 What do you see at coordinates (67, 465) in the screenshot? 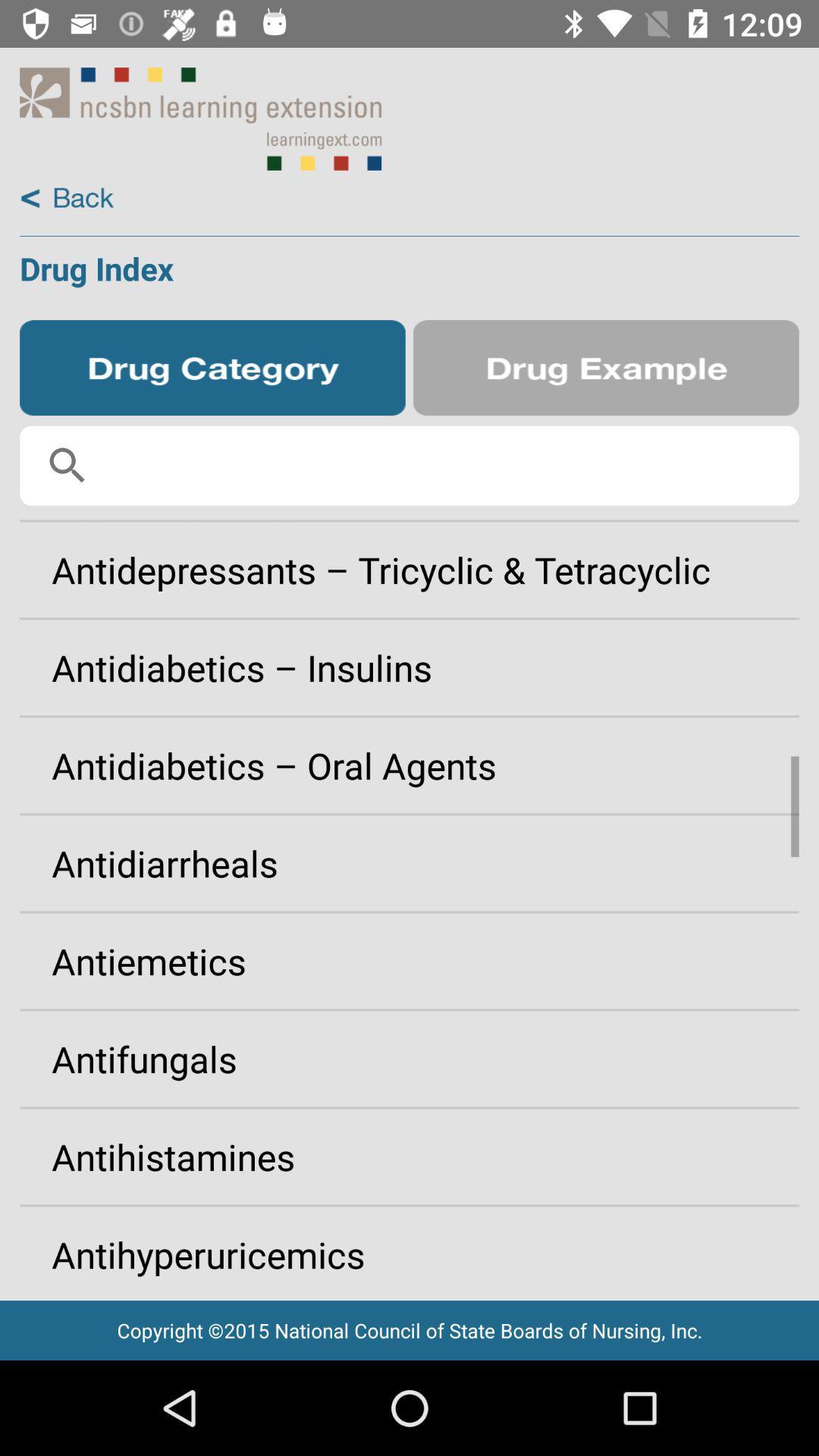
I see `the search icon` at bounding box center [67, 465].